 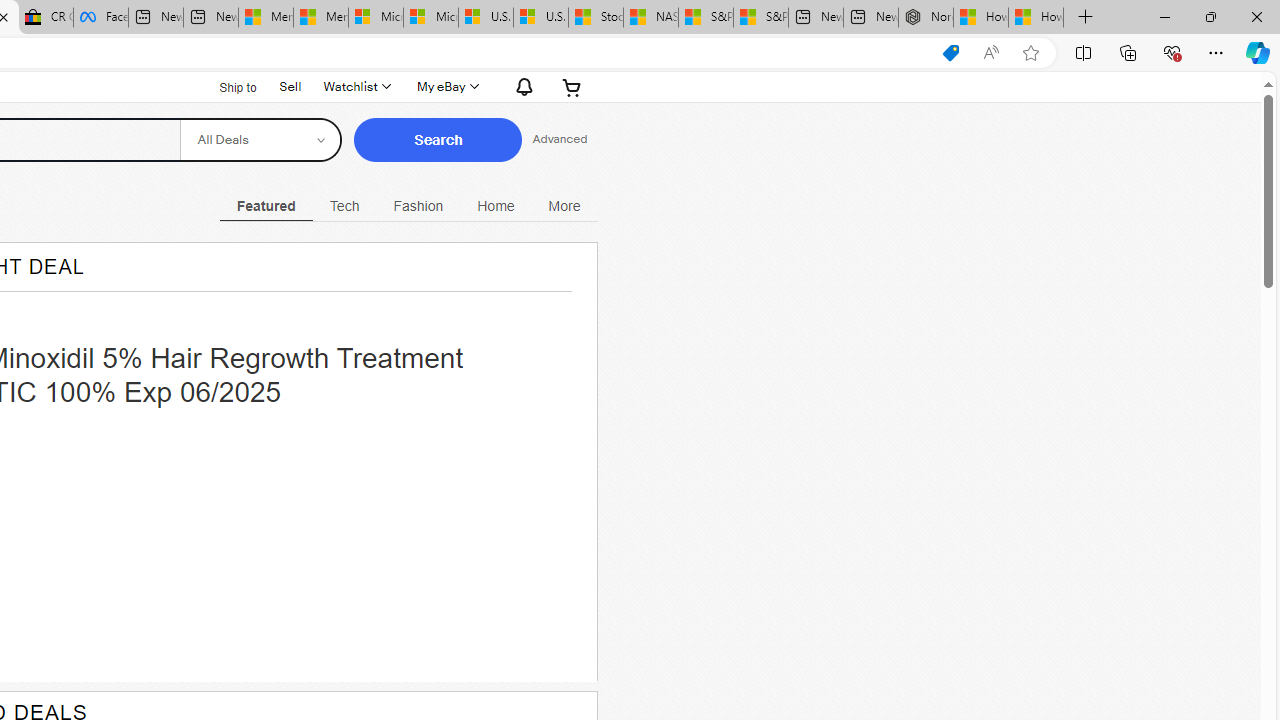 I want to click on 'Read aloud this page (Ctrl+Shift+U)', so click(x=991, y=52).